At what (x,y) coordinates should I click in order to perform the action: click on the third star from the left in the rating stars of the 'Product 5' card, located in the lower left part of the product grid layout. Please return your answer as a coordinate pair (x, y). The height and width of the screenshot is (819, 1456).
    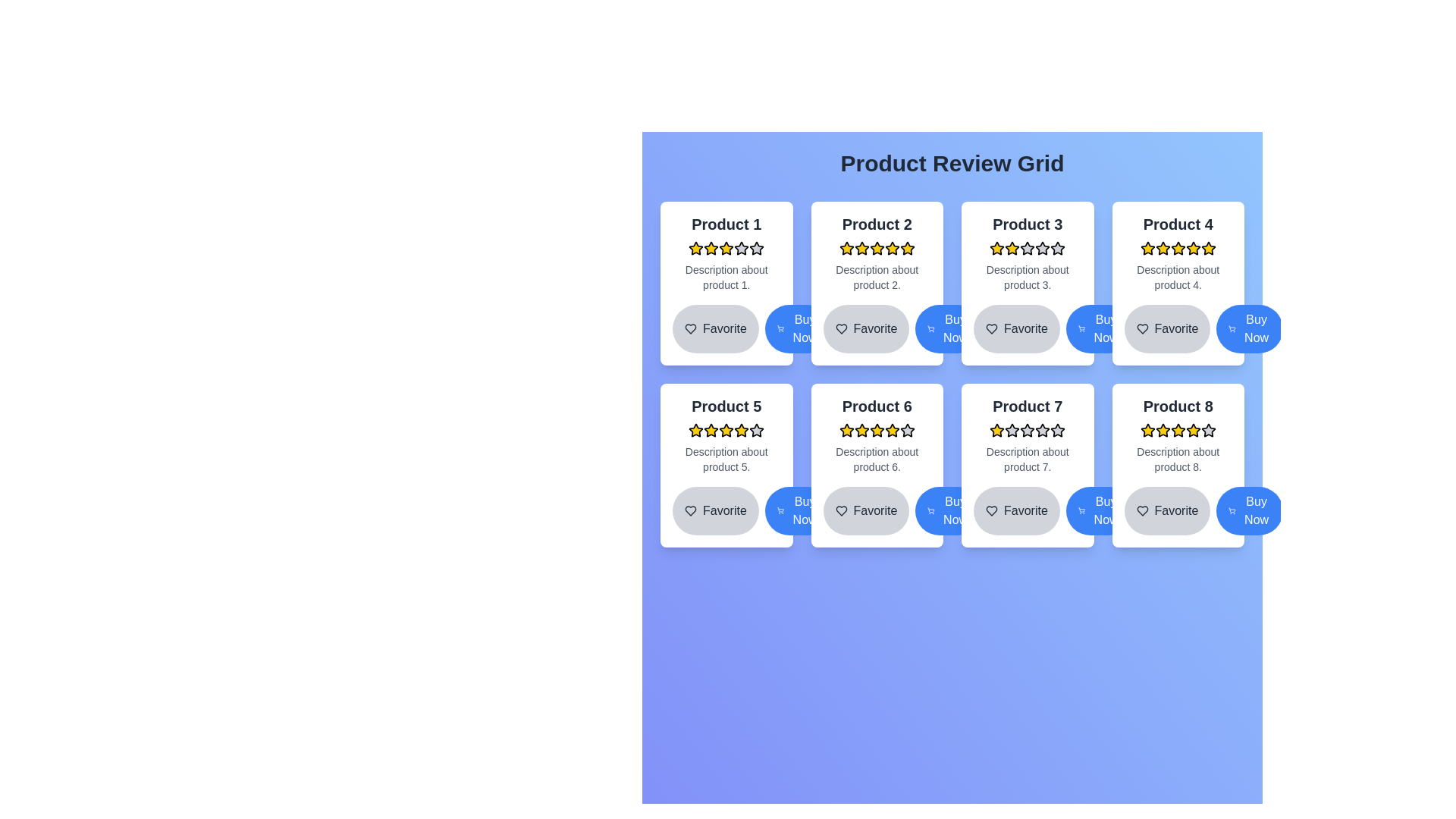
    Looking at the image, I should click on (757, 430).